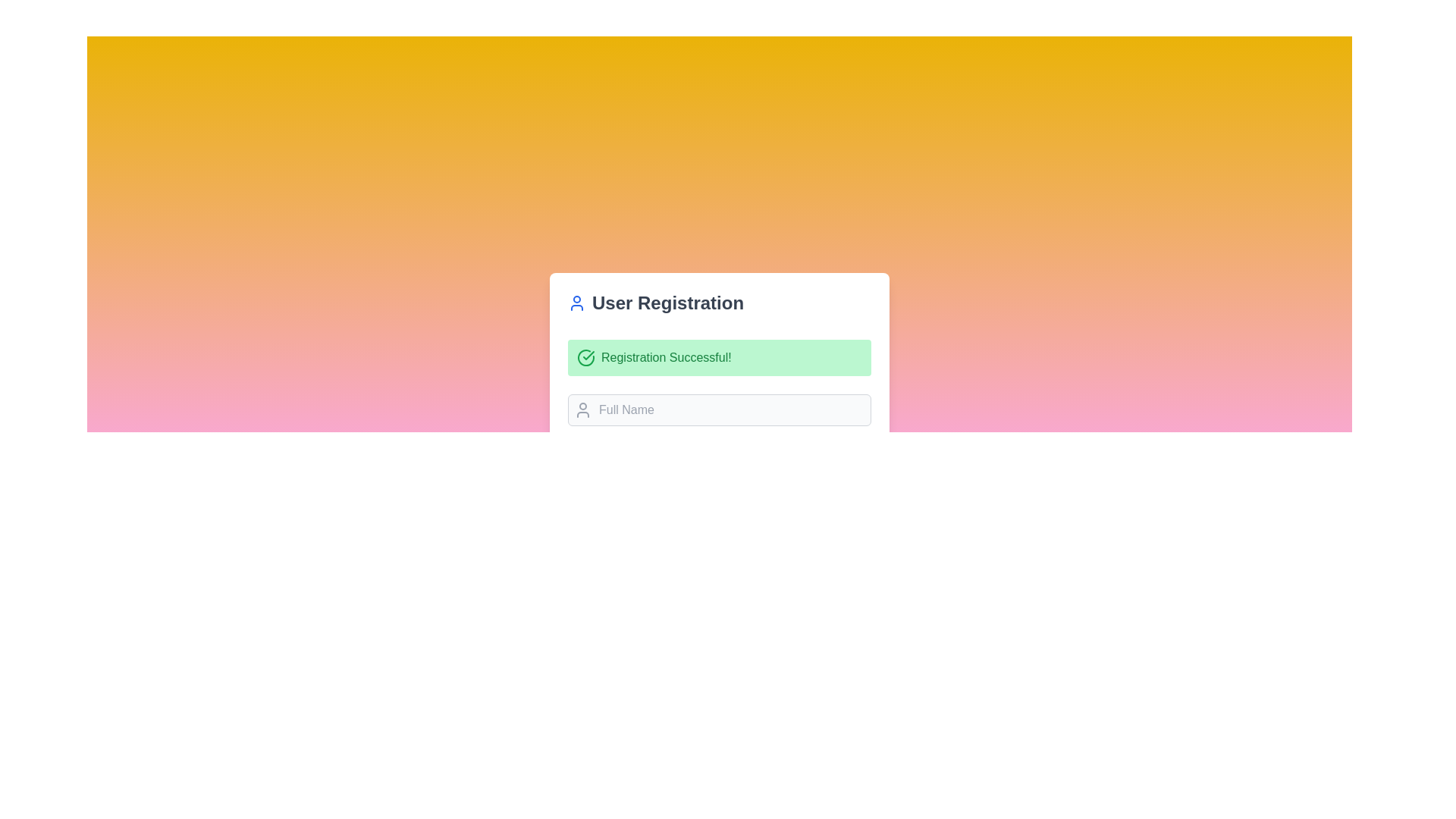 This screenshot has height=819, width=1456. I want to click on the green circular checkmark icon with a tick inside, located on the left side of the 'Registration Successful!' notification bar, so click(585, 357).